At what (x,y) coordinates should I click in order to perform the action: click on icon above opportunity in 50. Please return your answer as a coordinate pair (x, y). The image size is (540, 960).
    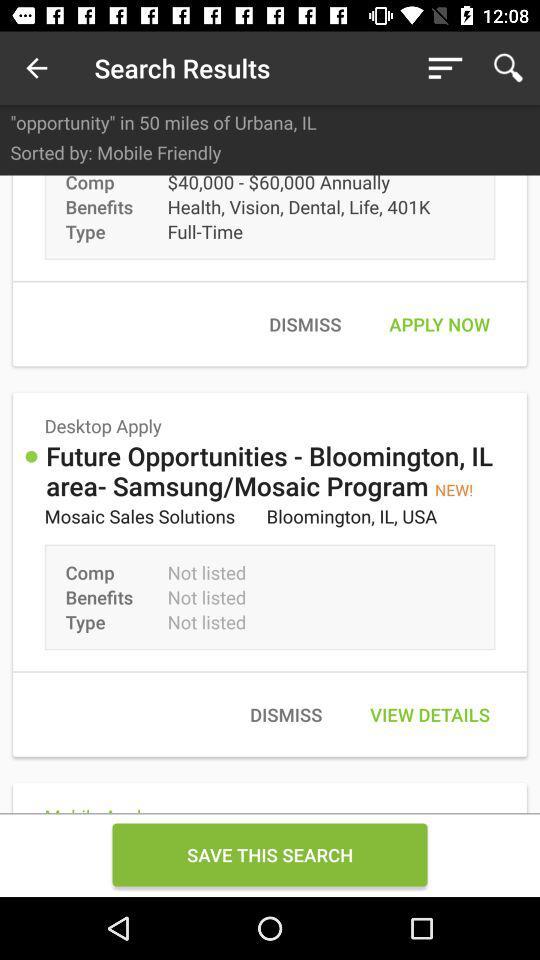
    Looking at the image, I should click on (445, 68).